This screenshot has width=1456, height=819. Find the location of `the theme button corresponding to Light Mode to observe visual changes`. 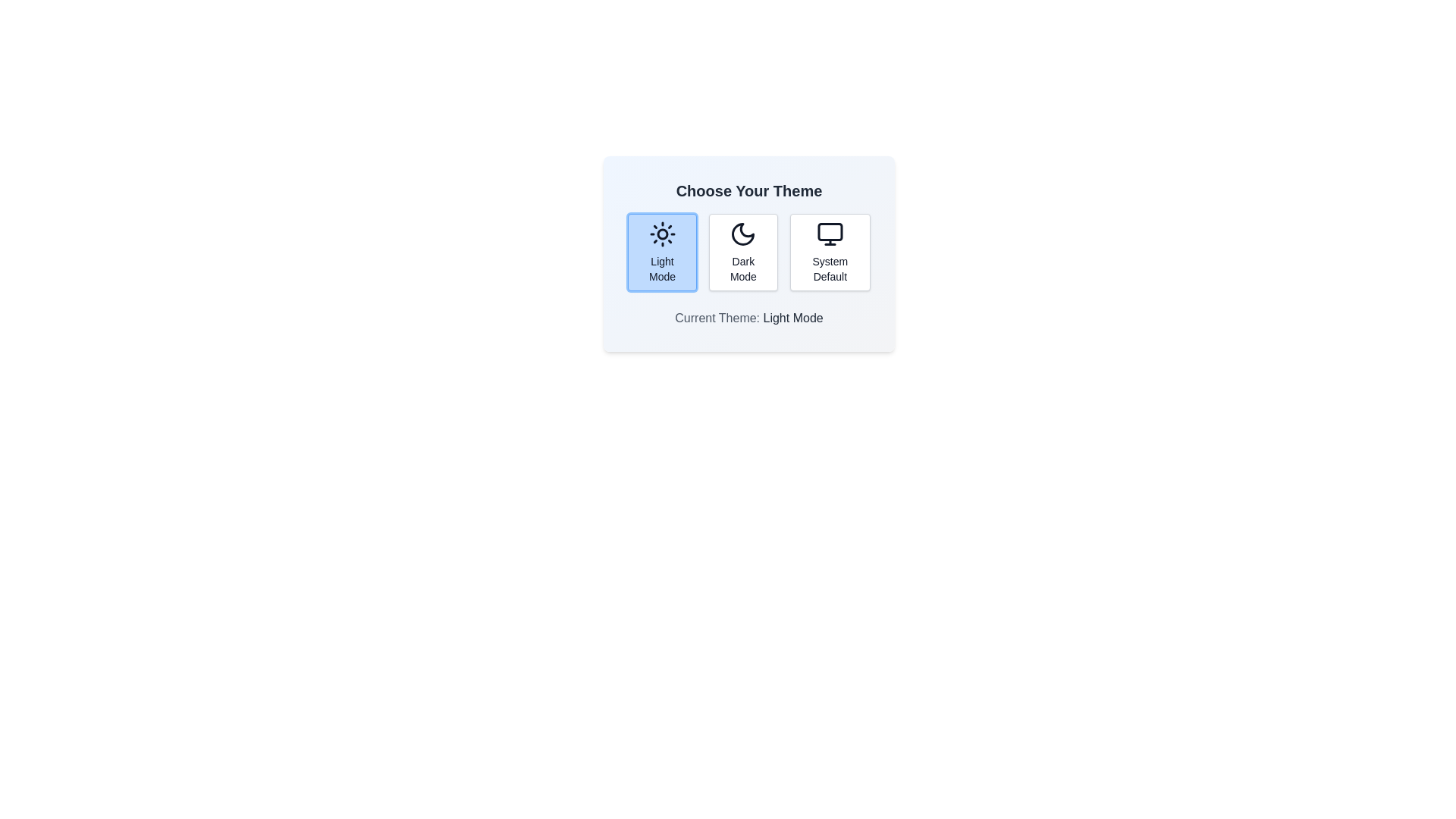

the theme button corresponding to Light Mode to observe visual changes is located at coordinates (662, 251).